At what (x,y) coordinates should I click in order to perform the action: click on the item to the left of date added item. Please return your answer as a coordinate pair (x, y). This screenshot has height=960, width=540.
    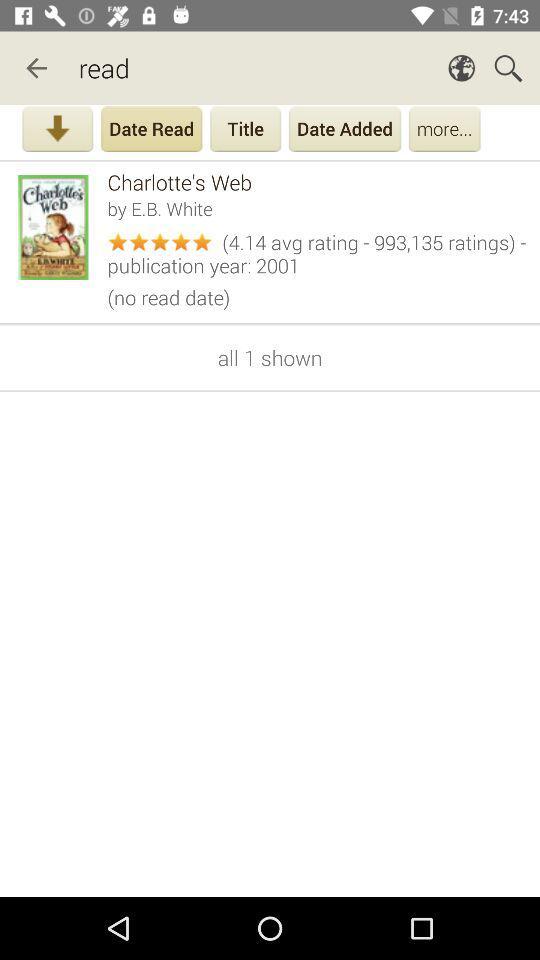
    Looking at the image, I should click on (245, 130).